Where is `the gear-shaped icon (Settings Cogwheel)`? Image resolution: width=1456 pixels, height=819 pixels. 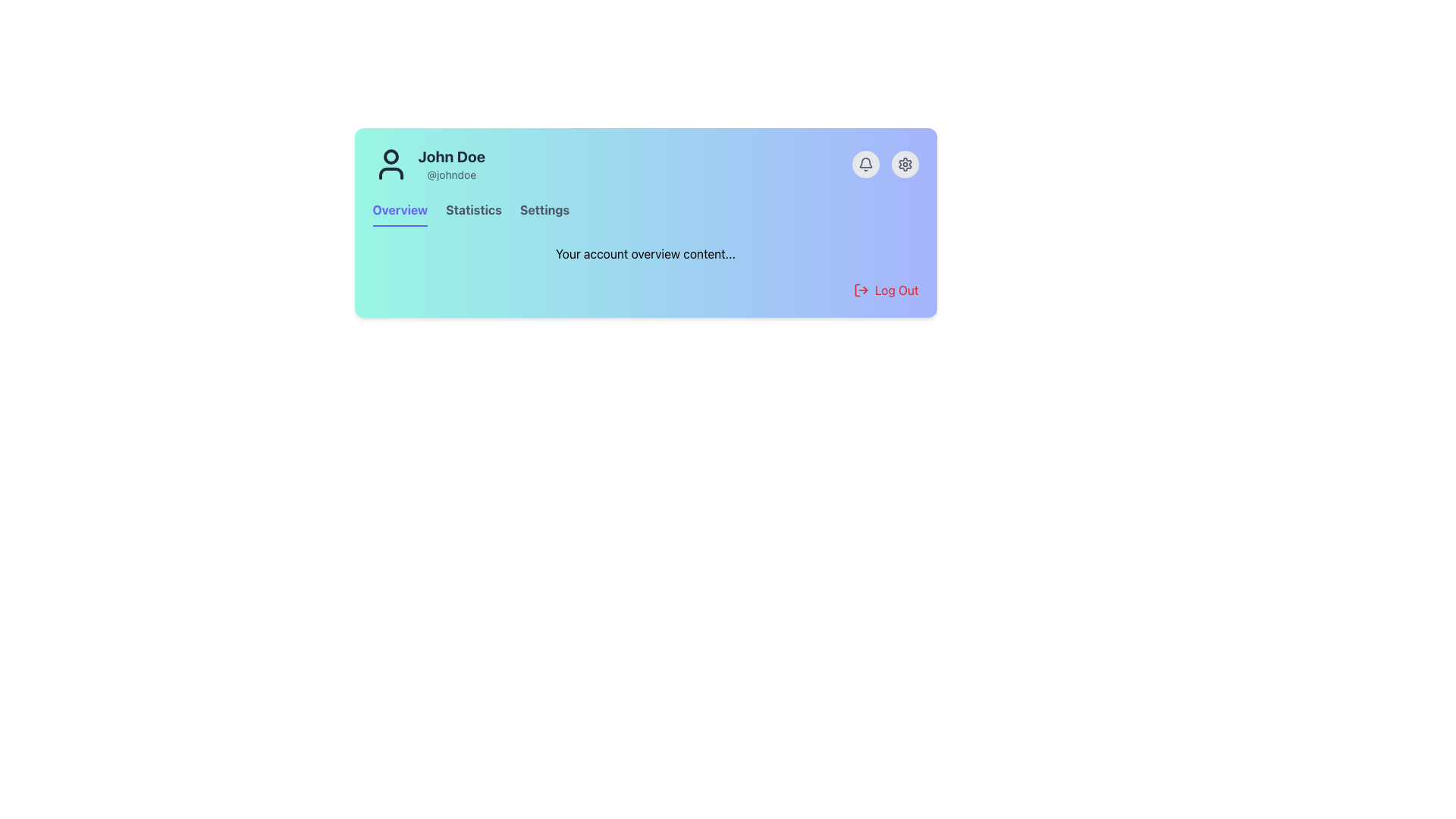
the gear-shaped icon (Settings Cogwheel) is located at coordinates (905, 164).